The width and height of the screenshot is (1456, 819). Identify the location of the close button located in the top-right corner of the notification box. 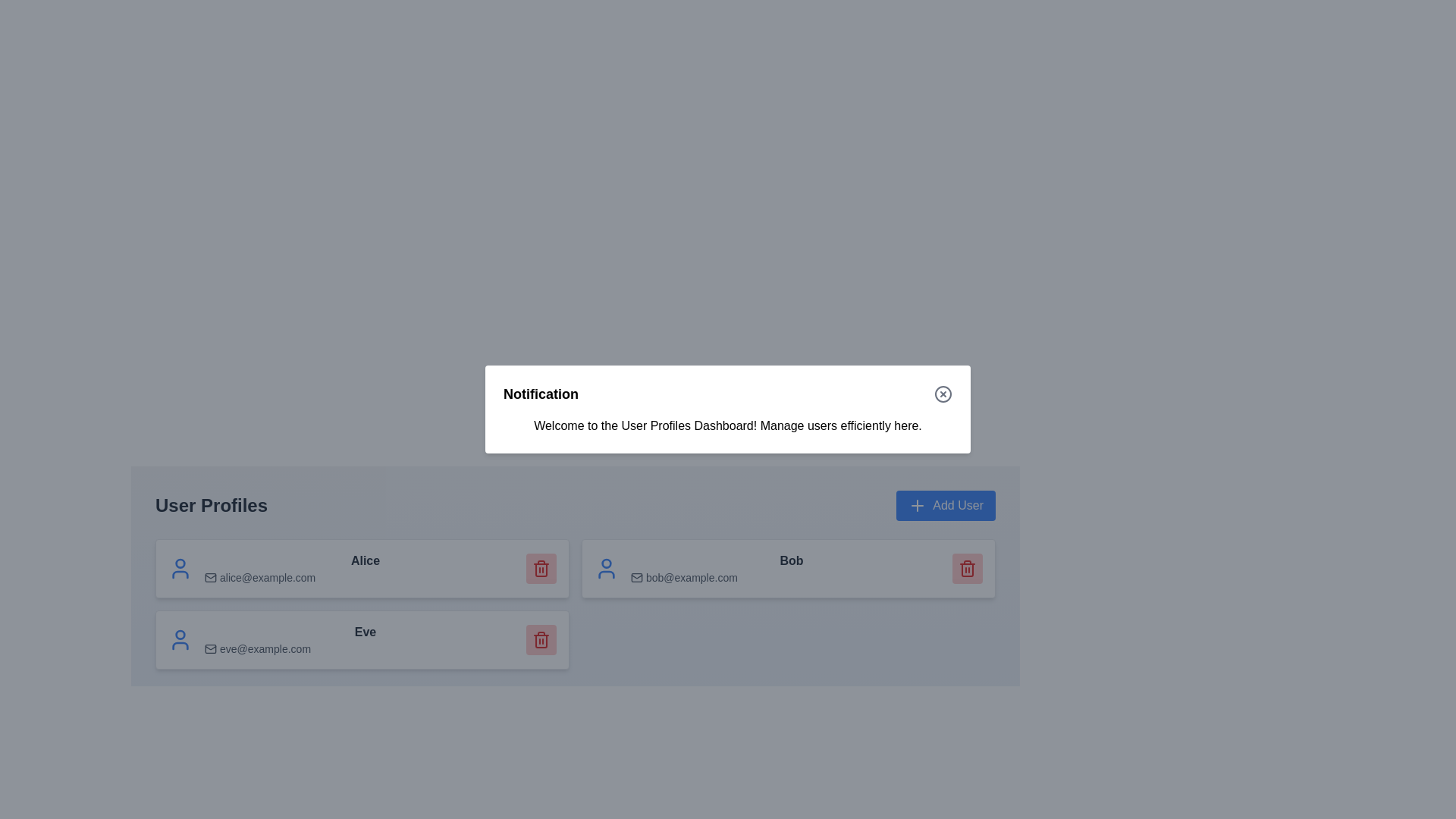
(942, 394).